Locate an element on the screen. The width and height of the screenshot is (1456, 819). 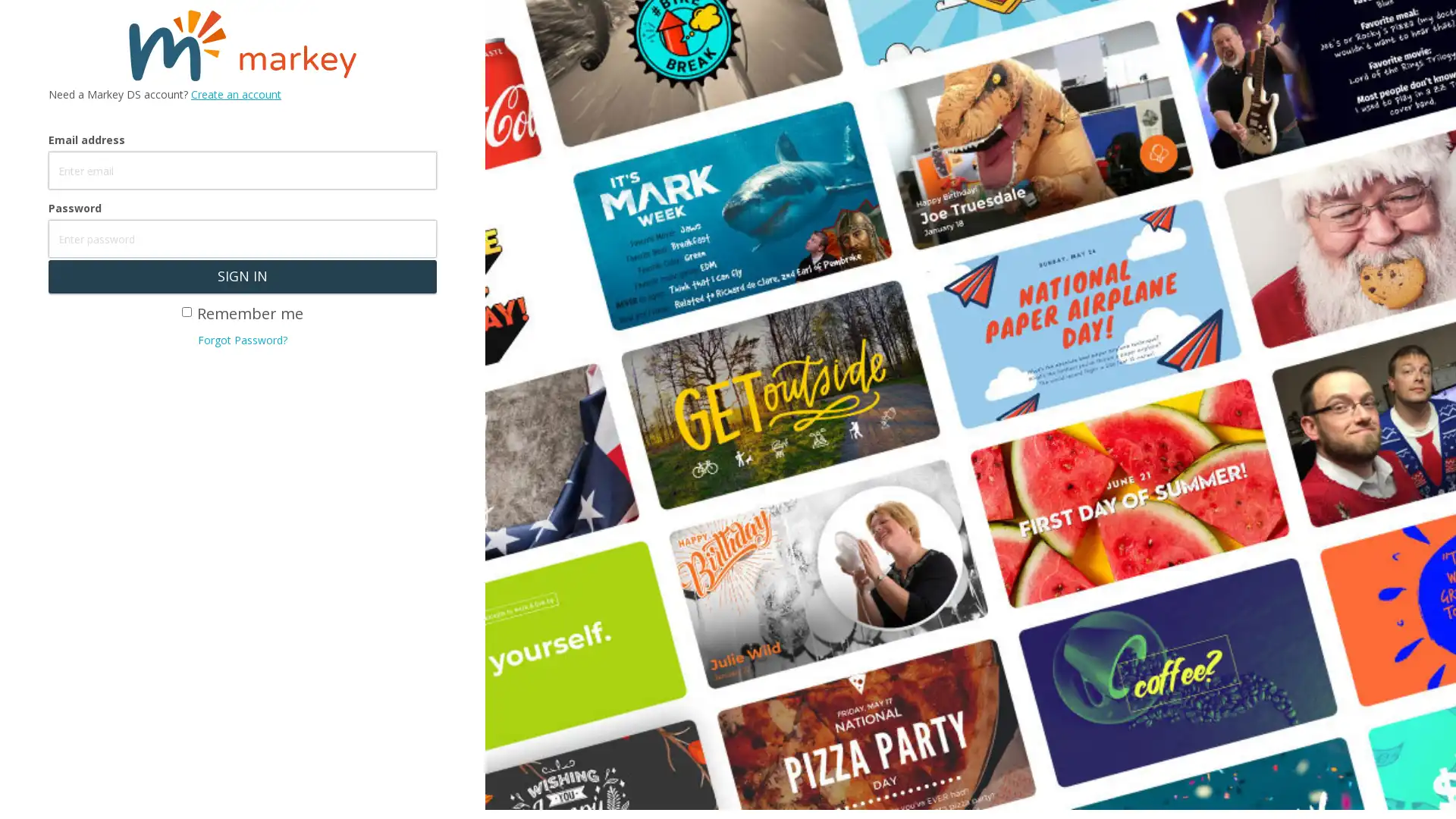
SIGN IN is located at coordinates (241, 276).